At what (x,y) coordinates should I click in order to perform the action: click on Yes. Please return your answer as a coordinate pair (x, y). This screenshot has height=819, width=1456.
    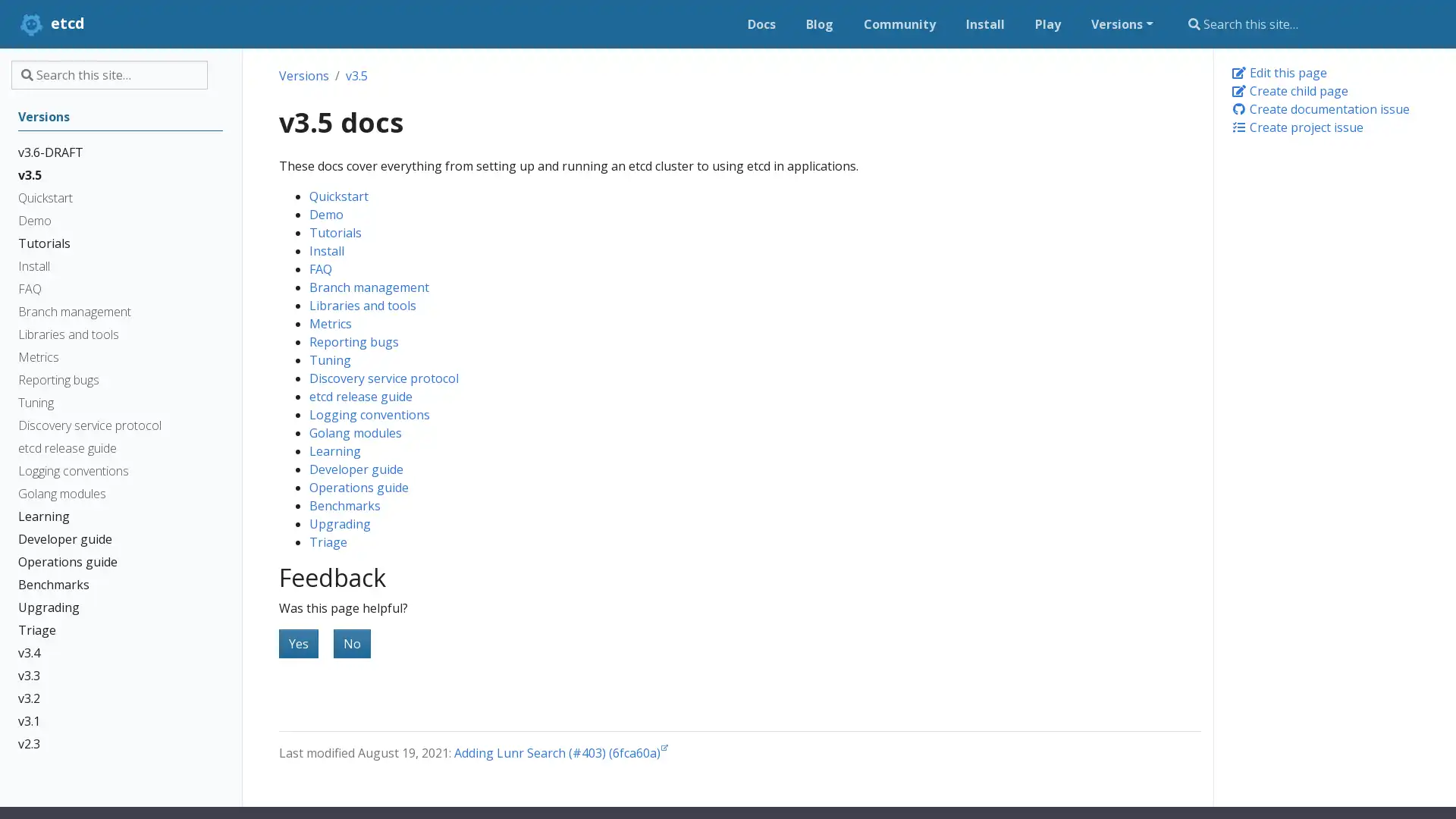
    Looking at the image, I should click on (298, 643).